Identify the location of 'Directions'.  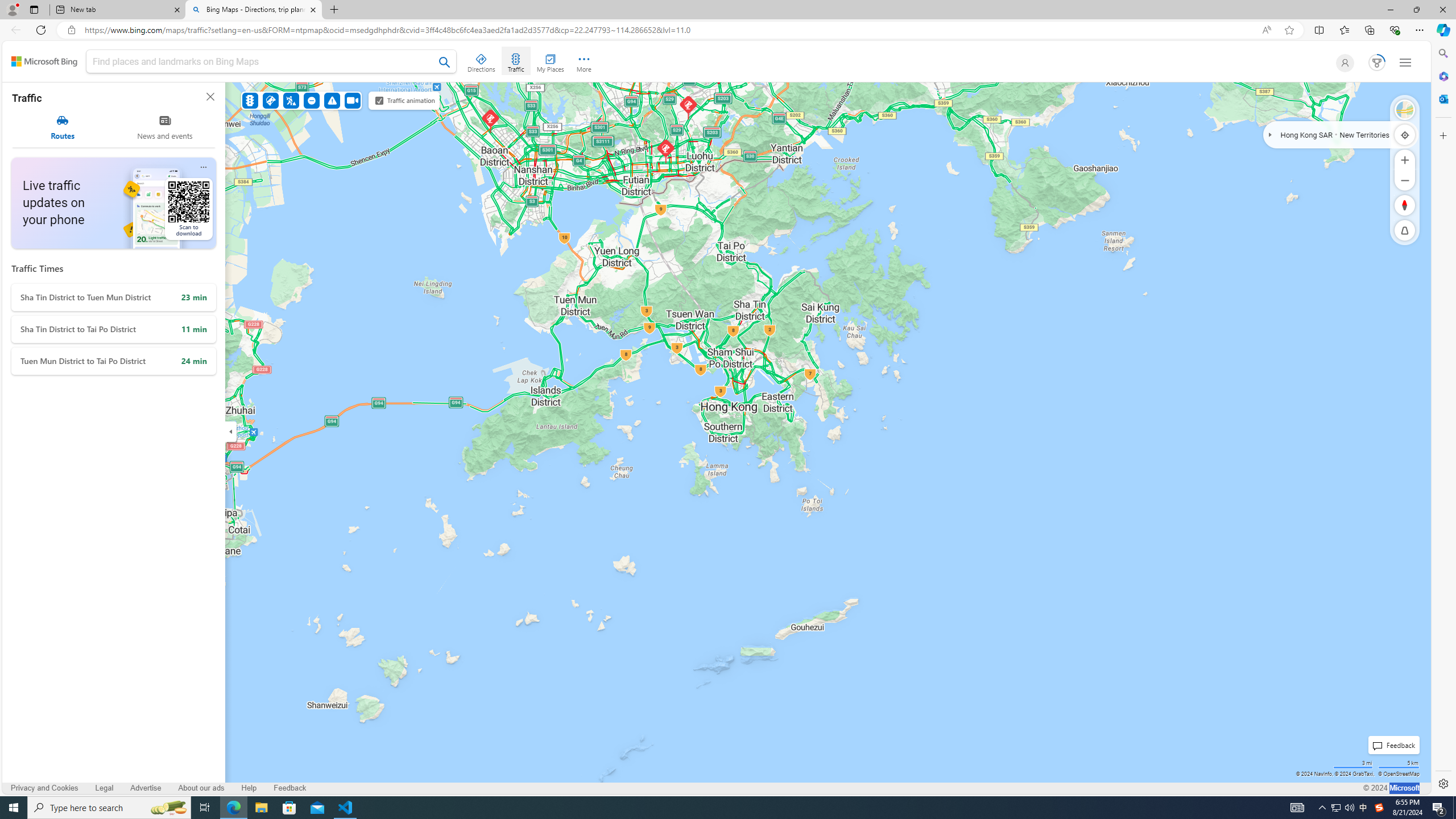
(482, 61).